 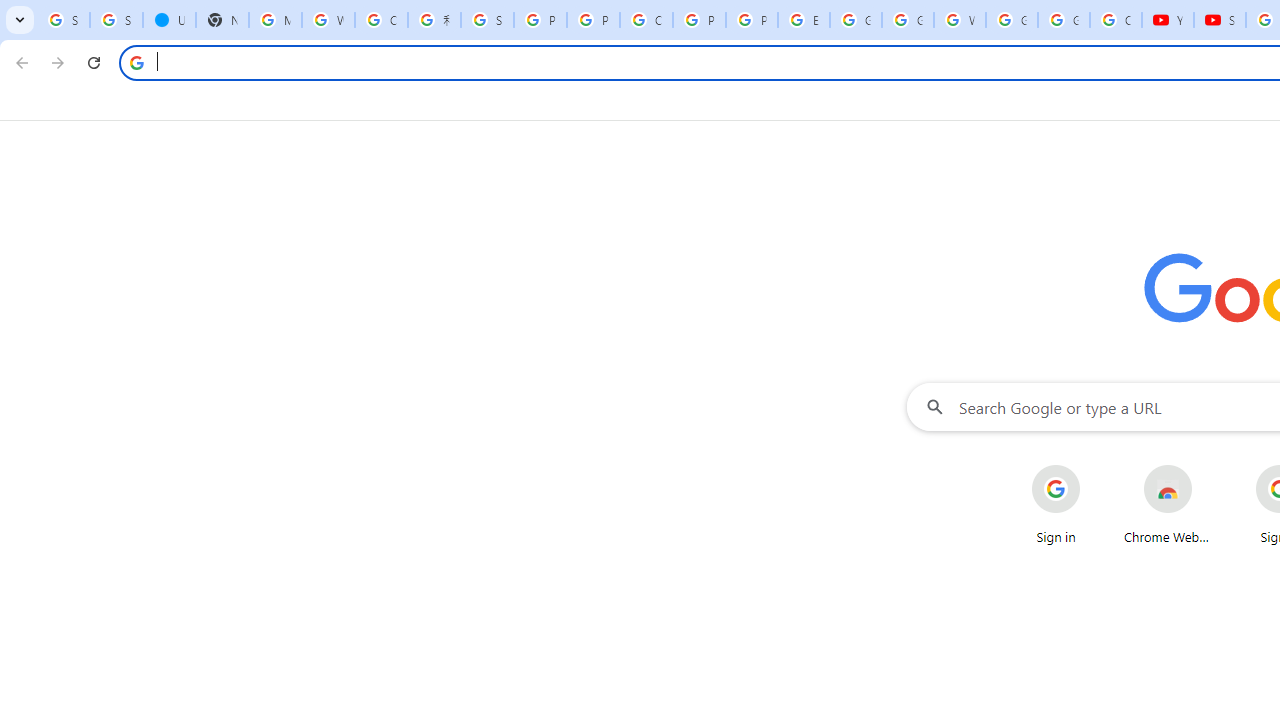 I want to click on 'YouTube', so click(x=1168, y=20).